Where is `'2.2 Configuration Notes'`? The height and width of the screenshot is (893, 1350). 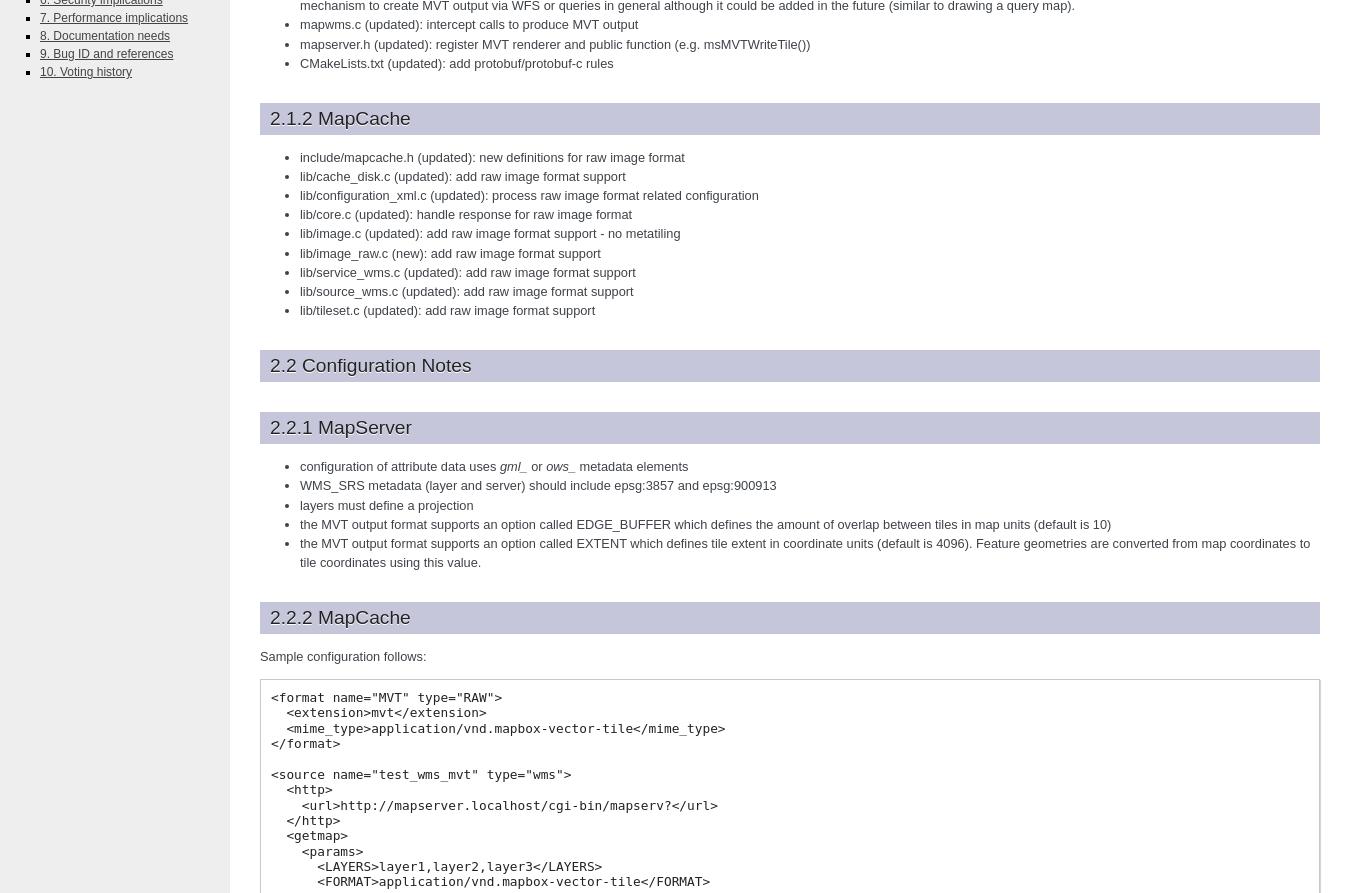
'2.2 Configuration Notes' is located at coordinates (370, 365).